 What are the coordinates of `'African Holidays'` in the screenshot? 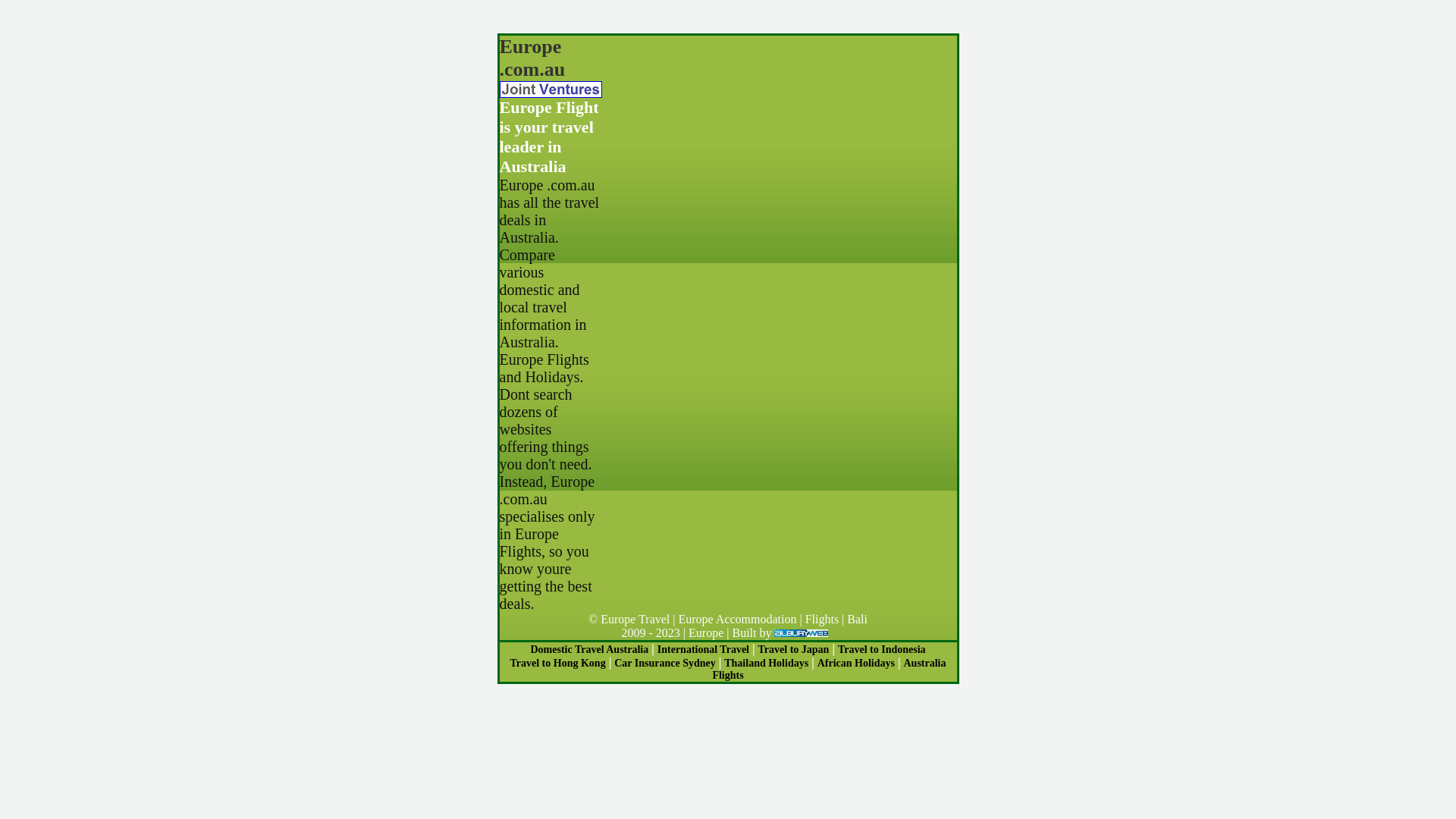 It's located at (817, 662).